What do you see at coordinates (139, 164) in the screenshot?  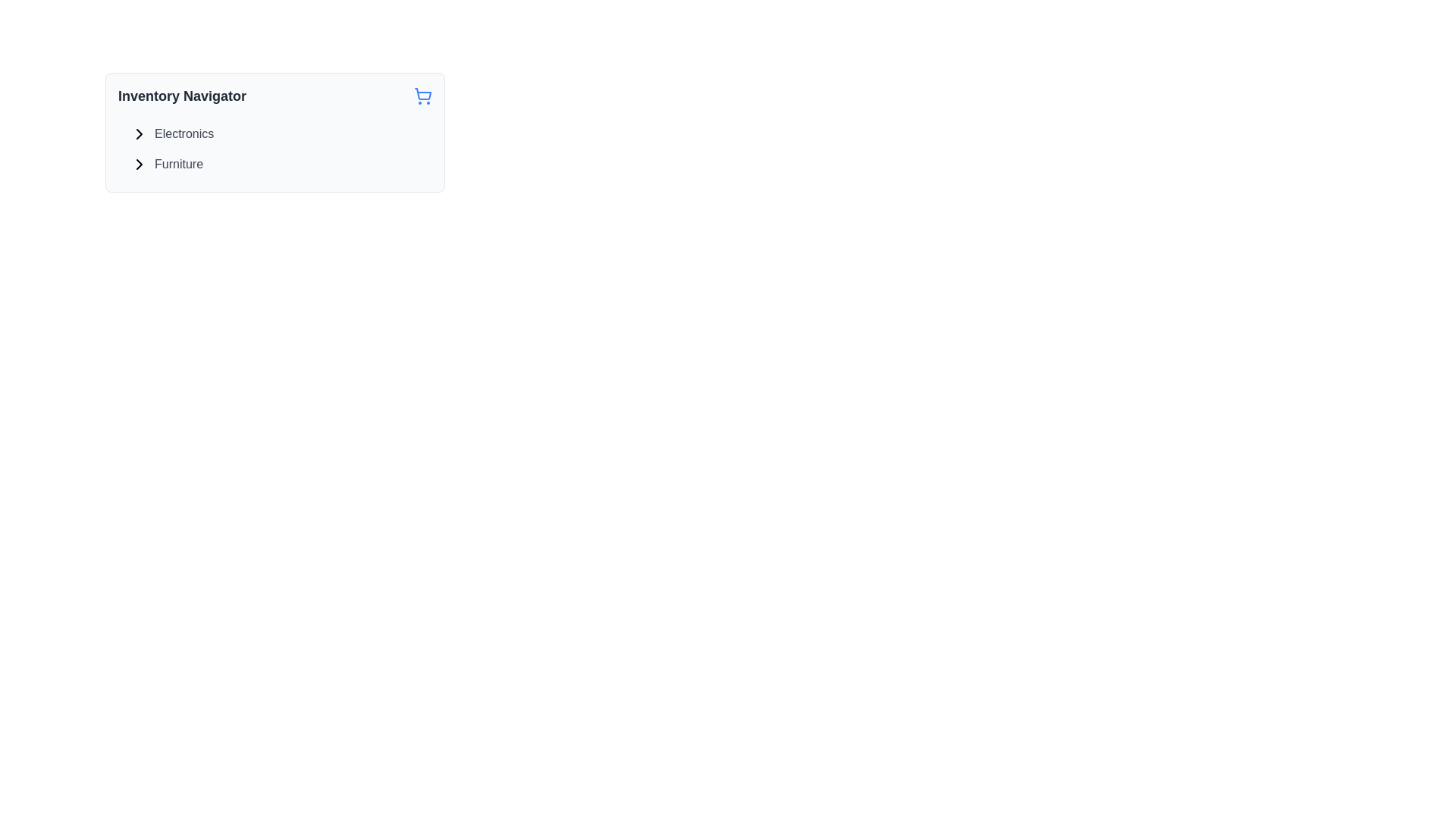 I see `the icon located to the left of the 'Furniture' text` at bounding box center [139, 164].